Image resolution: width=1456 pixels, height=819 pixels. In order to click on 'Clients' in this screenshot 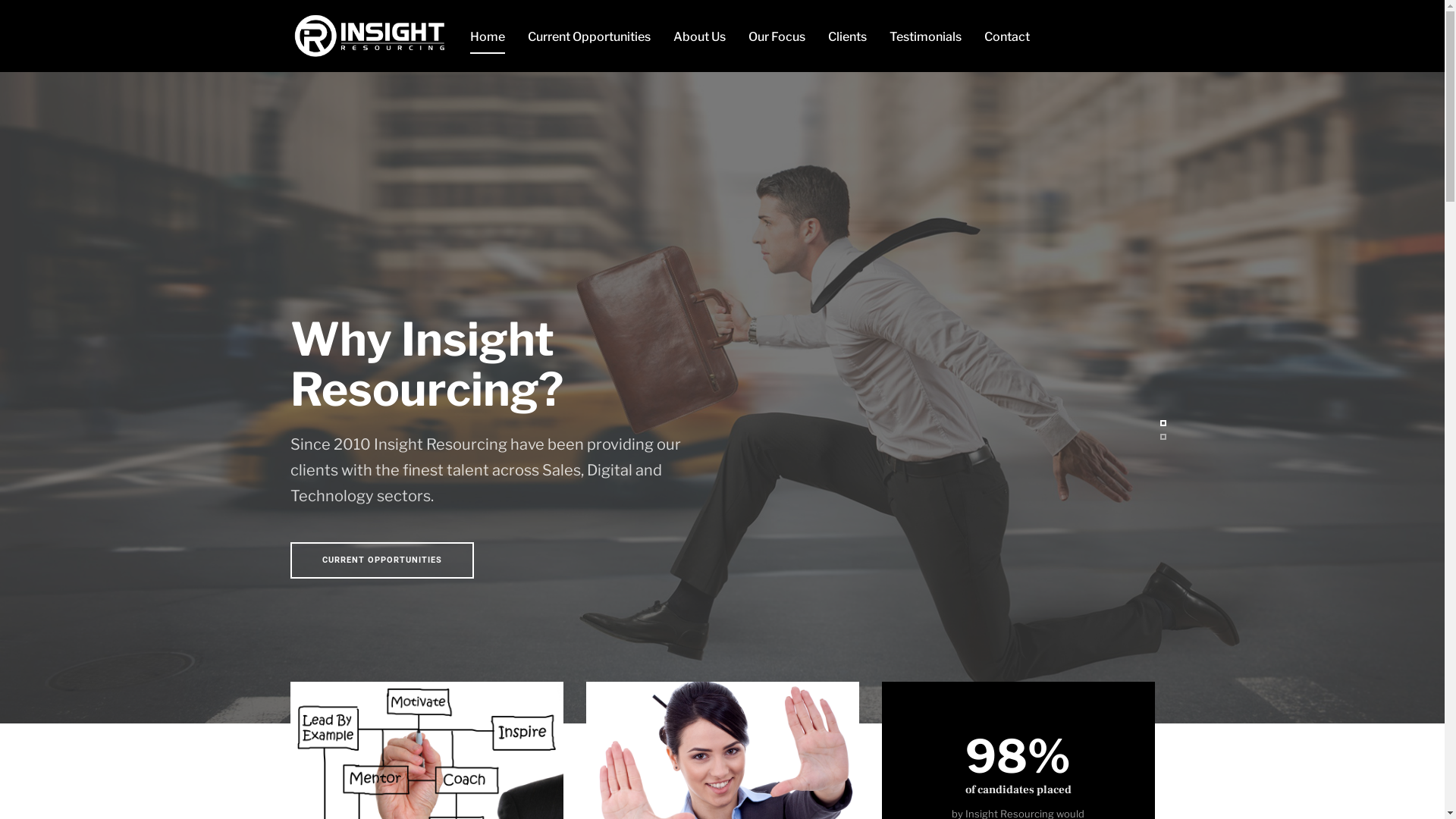, I will do `click(827, 35)`.